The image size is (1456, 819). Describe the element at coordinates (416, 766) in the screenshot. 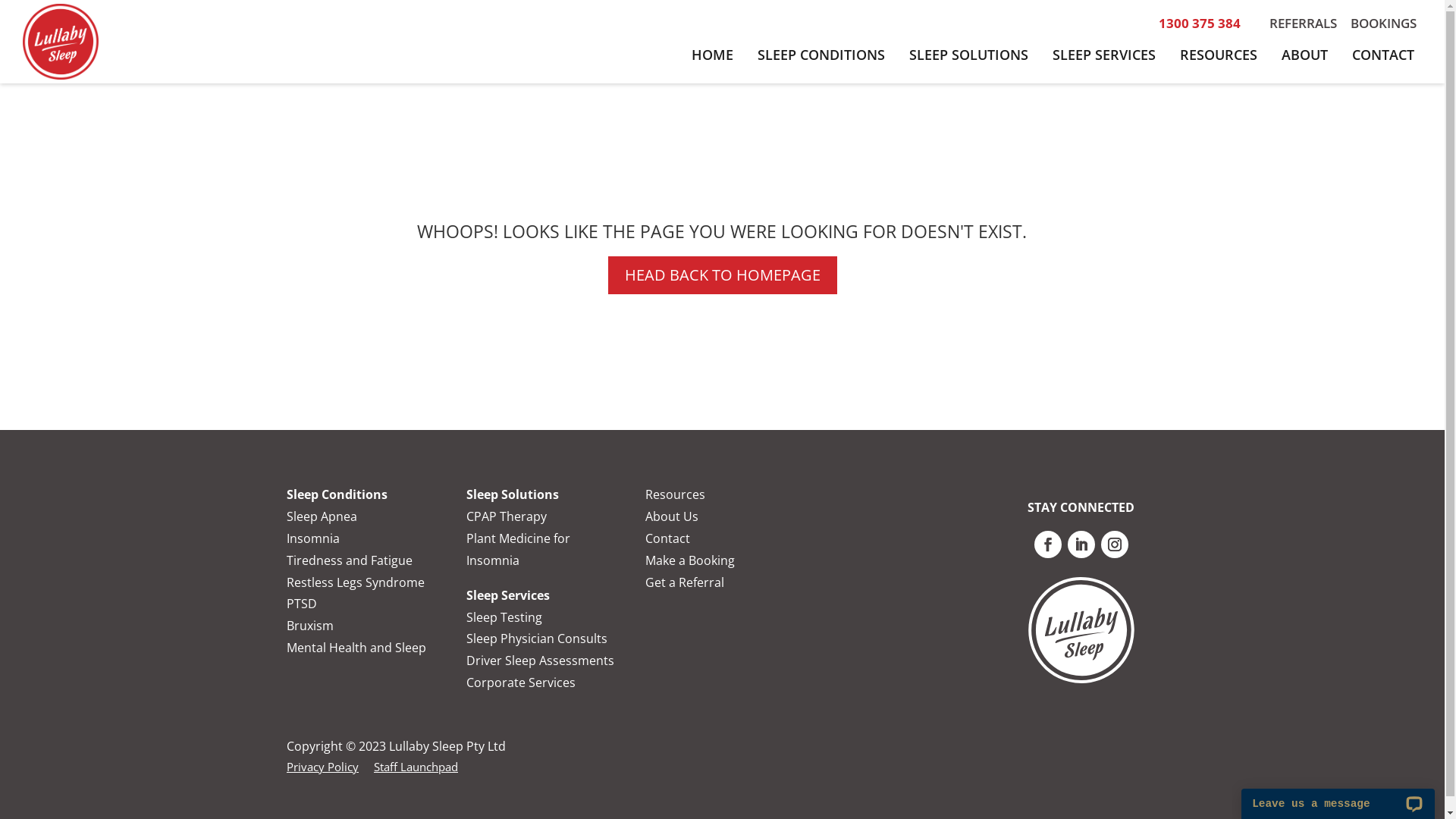

I see `'Staff Launchpad'` at that location.